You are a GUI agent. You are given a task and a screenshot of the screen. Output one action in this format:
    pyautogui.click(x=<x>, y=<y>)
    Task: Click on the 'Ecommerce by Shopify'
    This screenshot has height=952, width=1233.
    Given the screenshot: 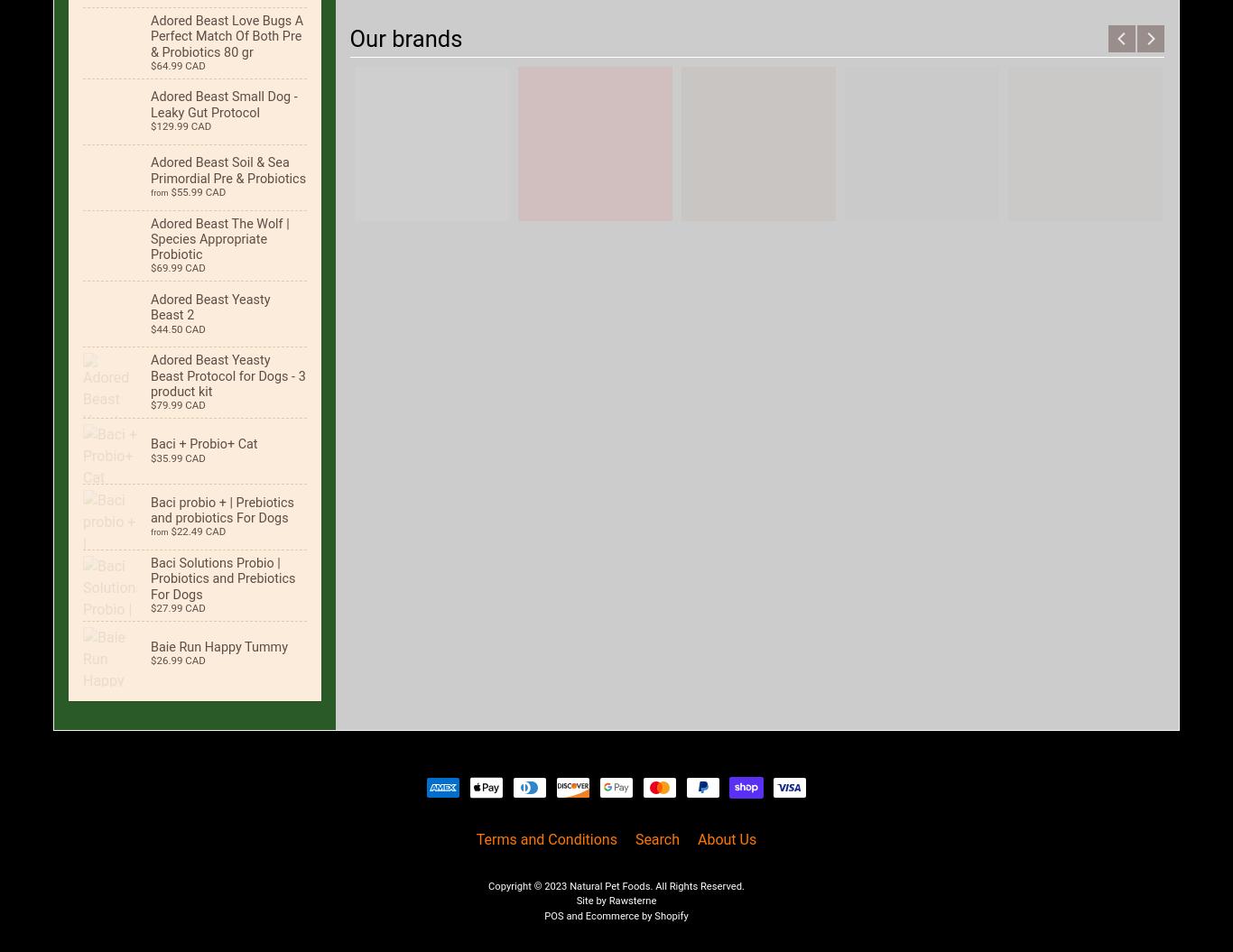 What is the action you would take?
    pyautogui.click(x=584, y=915)
    